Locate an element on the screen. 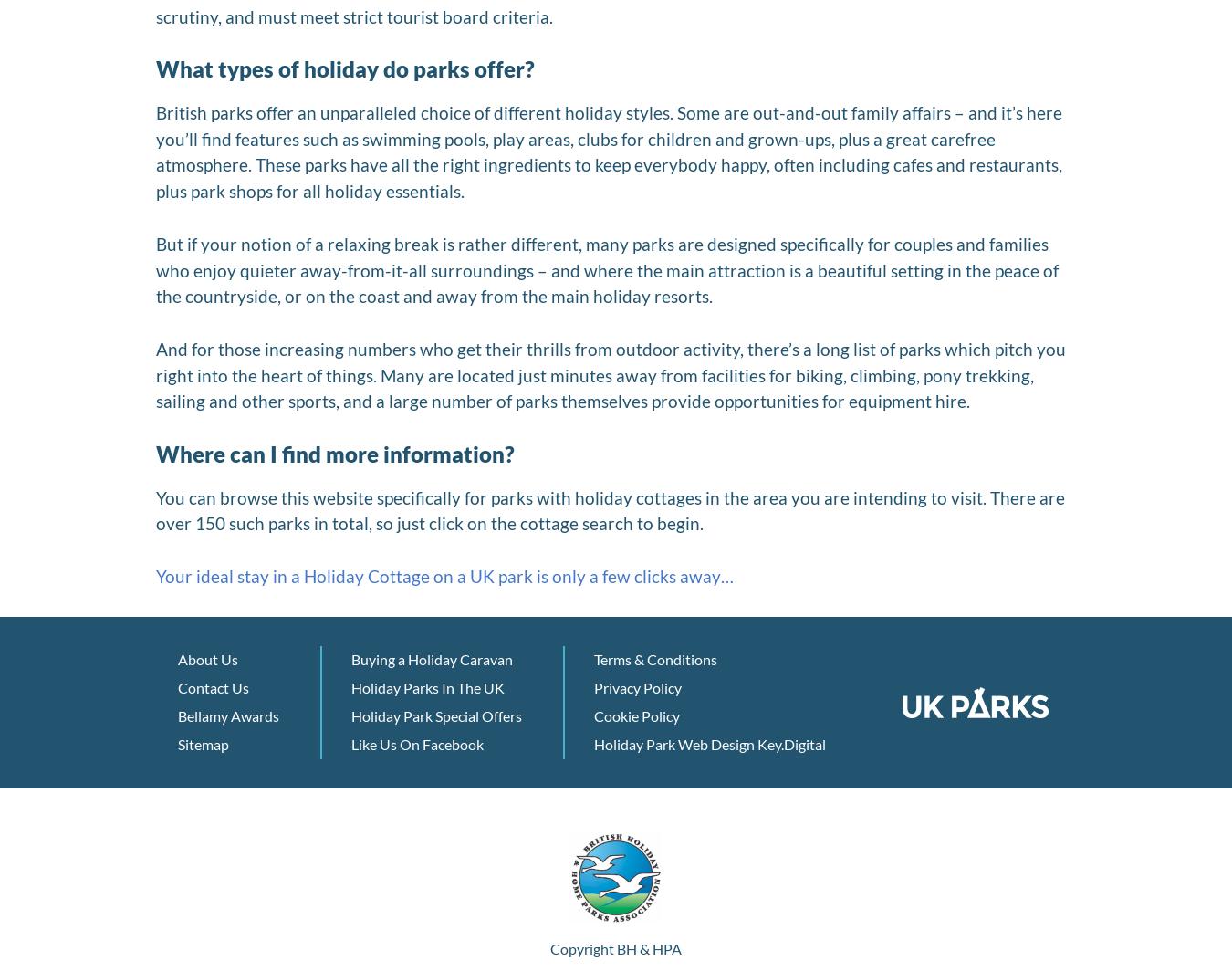  'About Us' is located at coordinates (207, 658).